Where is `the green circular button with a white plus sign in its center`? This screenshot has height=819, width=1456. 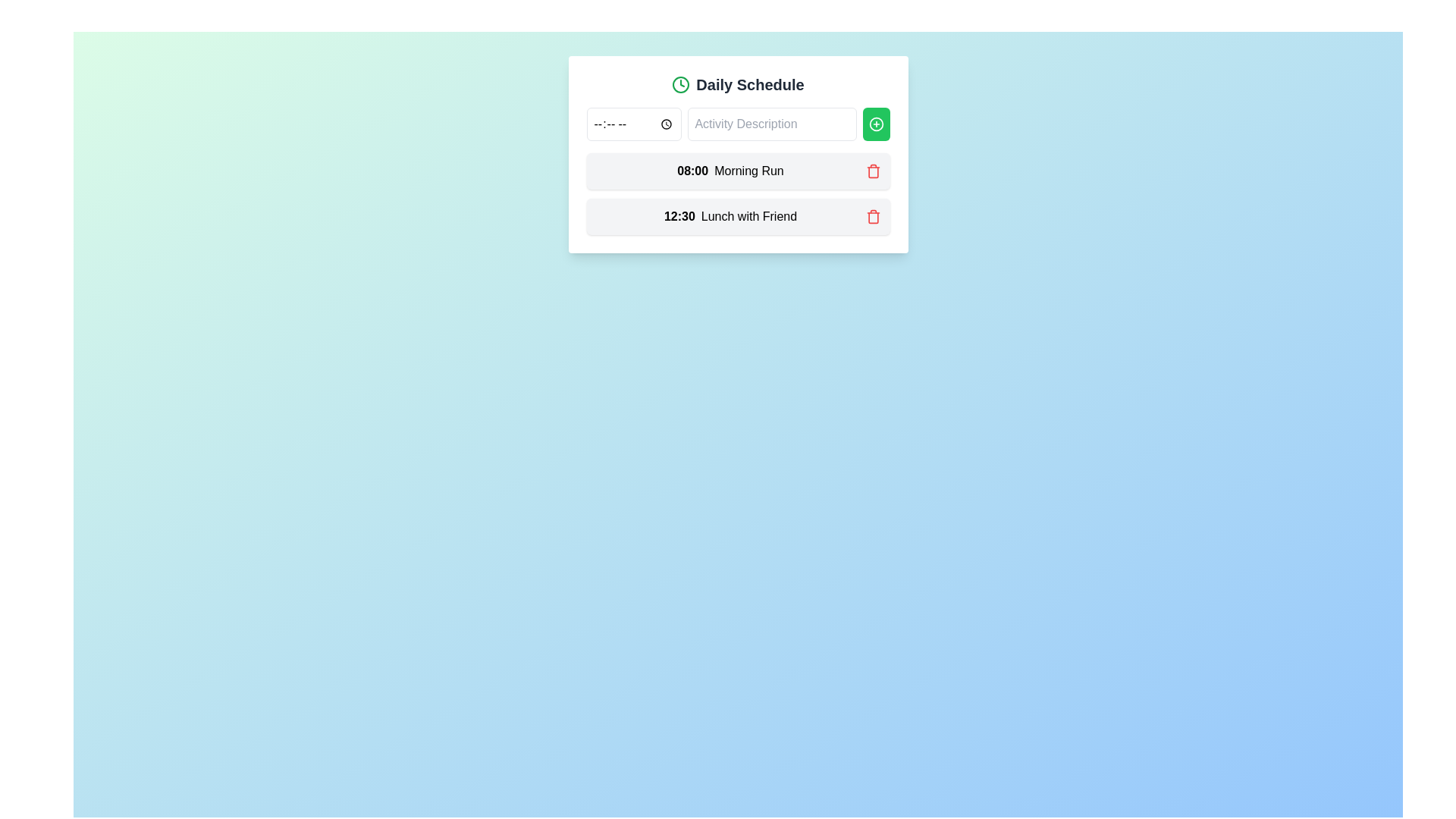 the green circular button with a white plus sign in its center is located at coordinates (876, 124).